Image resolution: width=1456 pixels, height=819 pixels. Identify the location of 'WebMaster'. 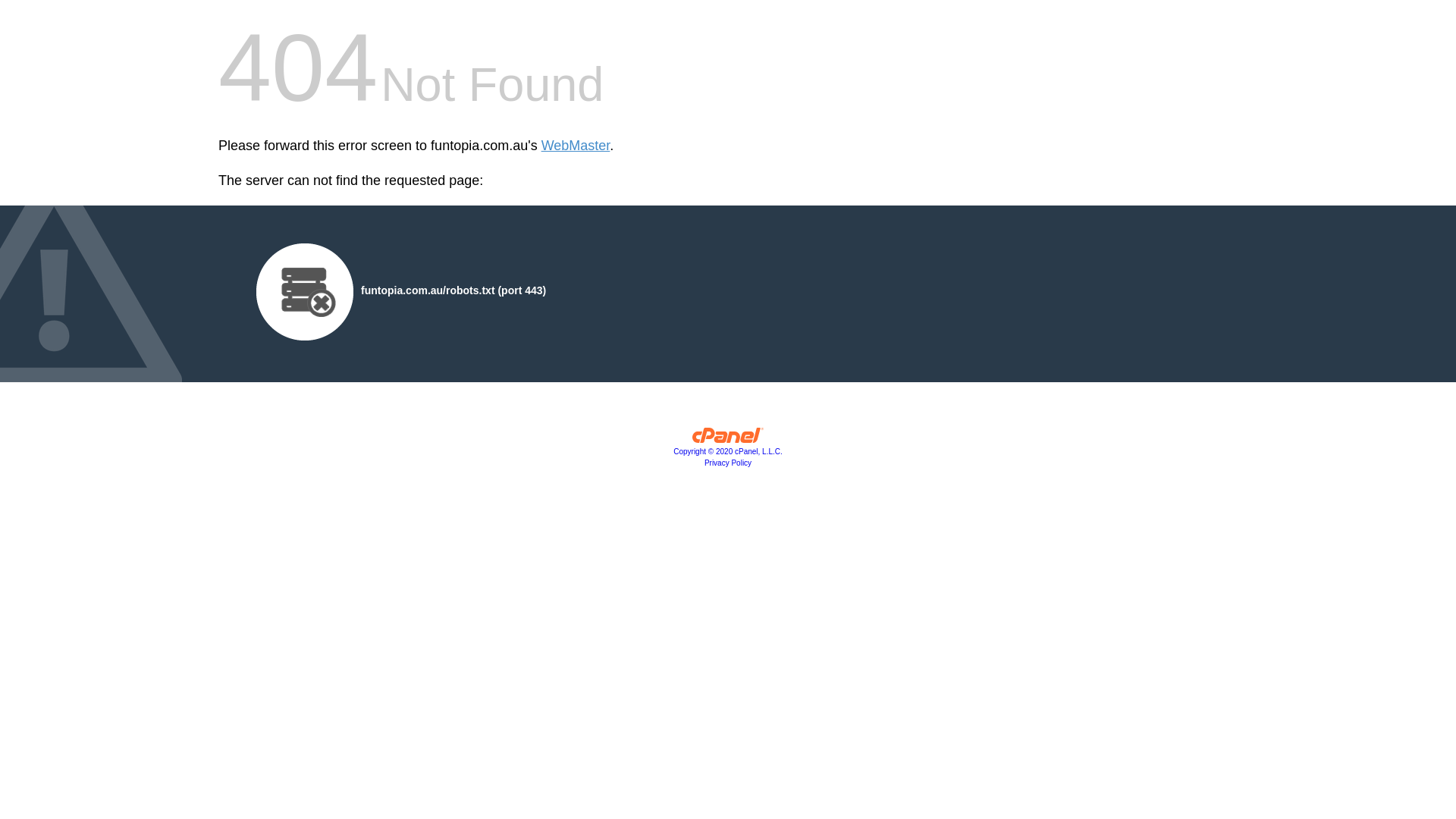
(575, 146).